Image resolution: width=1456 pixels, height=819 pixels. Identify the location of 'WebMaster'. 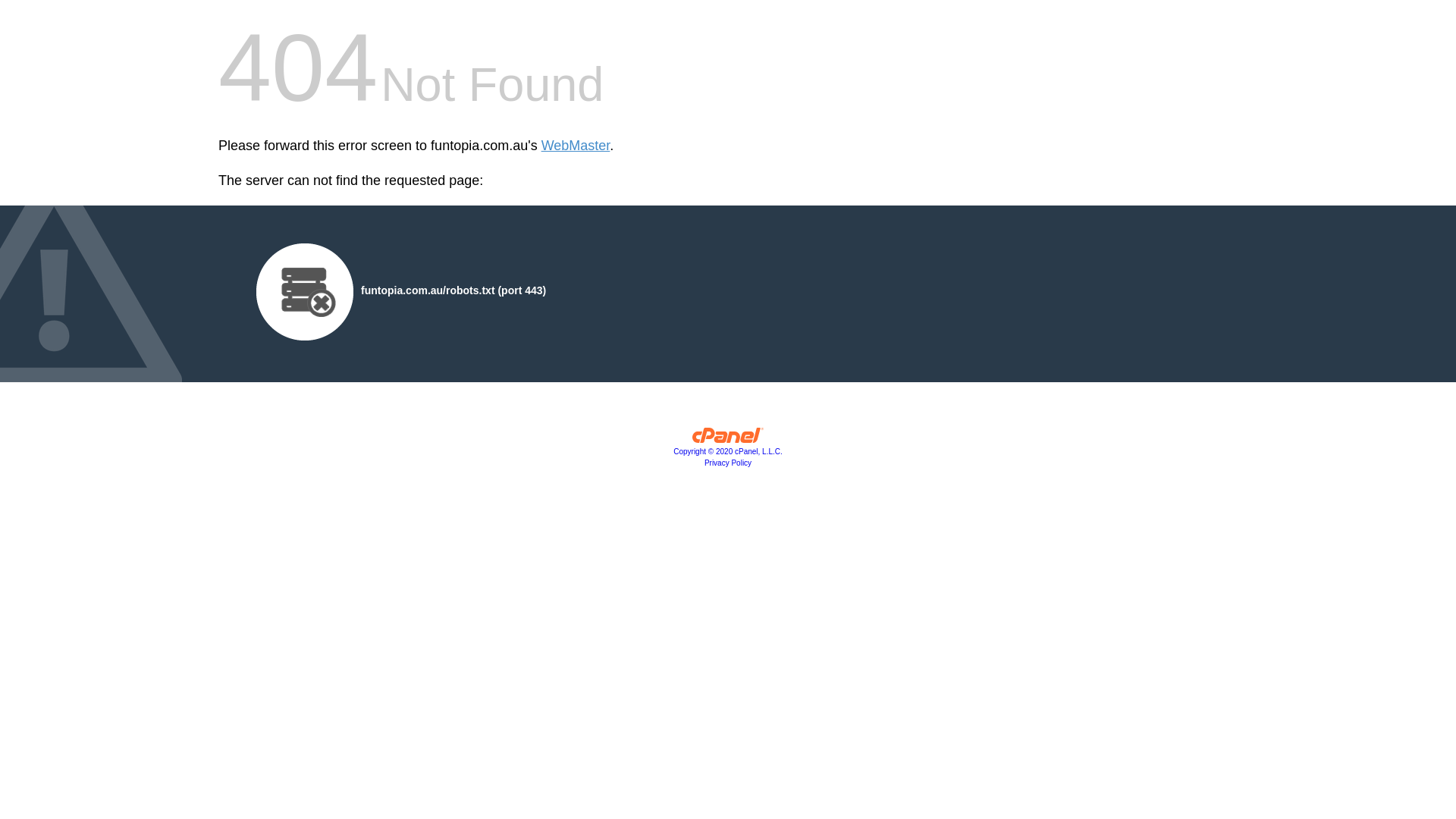
(575, 146).